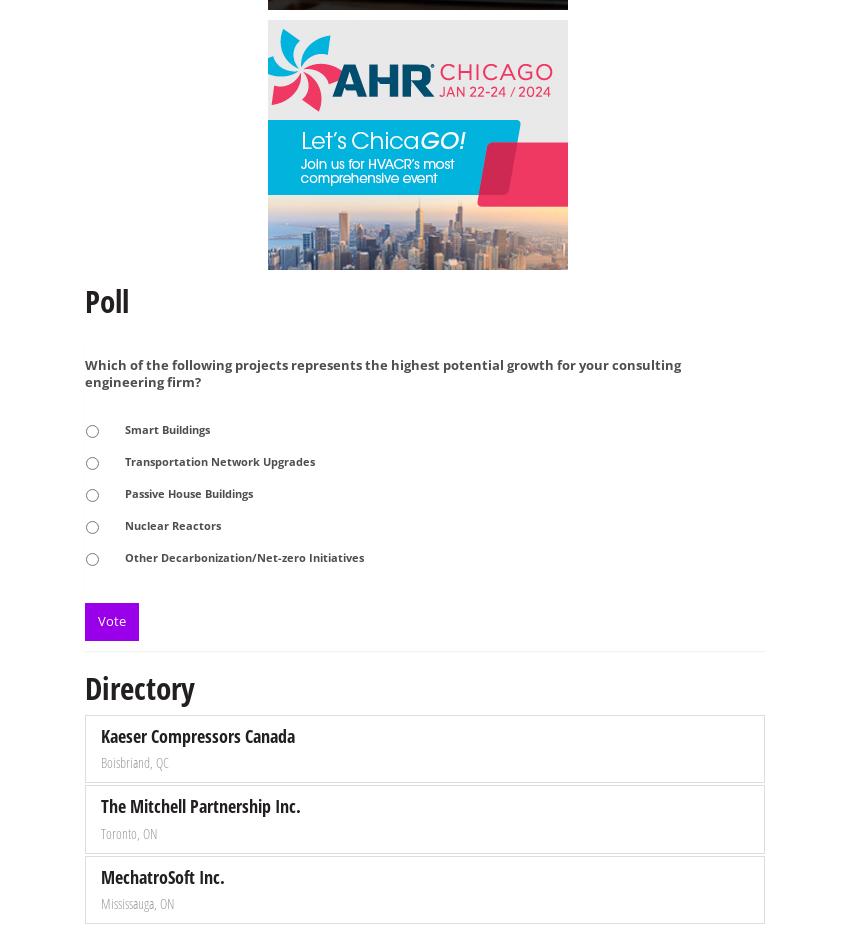 This screenshot has width=865, height=948. What do you see at coordinates (101, 736) in the screenshot?
I see `'Kaeser Compressors Canada'` at bounding box center [101, 736].